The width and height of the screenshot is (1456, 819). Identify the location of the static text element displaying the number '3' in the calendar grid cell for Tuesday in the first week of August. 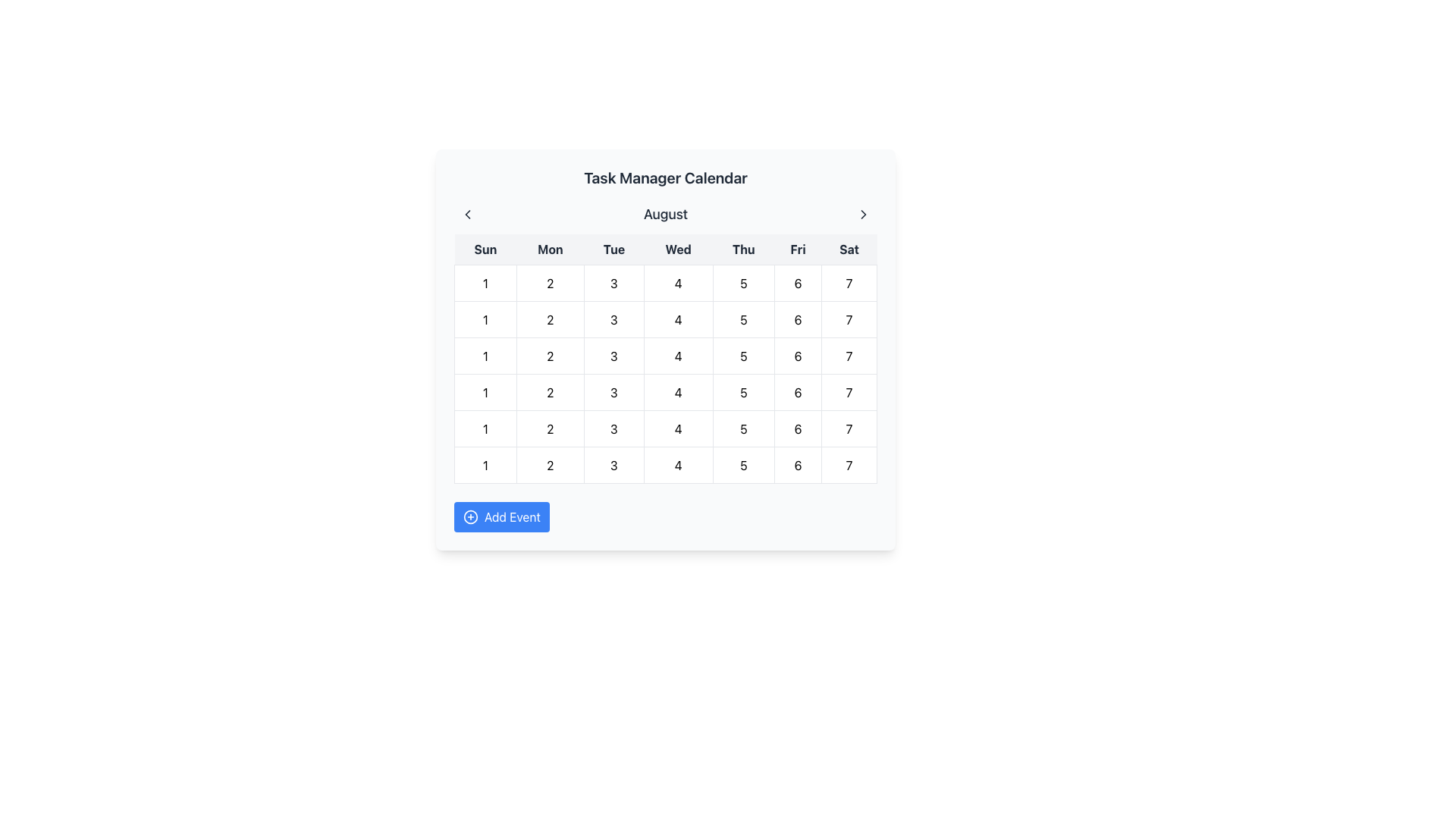
(613, 464).